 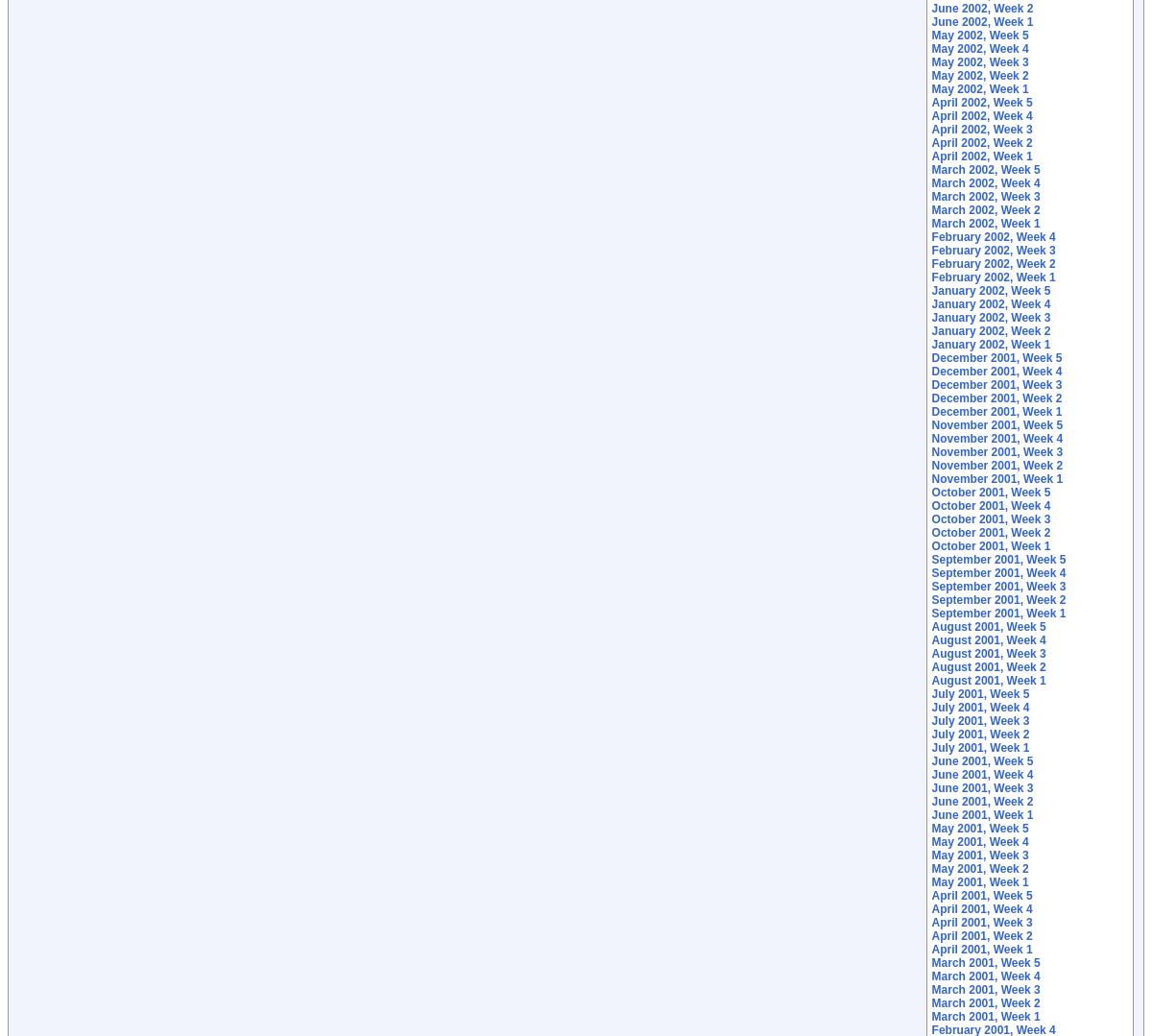 What do you see at coordinates (930, 169) in the screenshot?
I see `'March 2002, Week 5'` at bounding box center [930, 169].